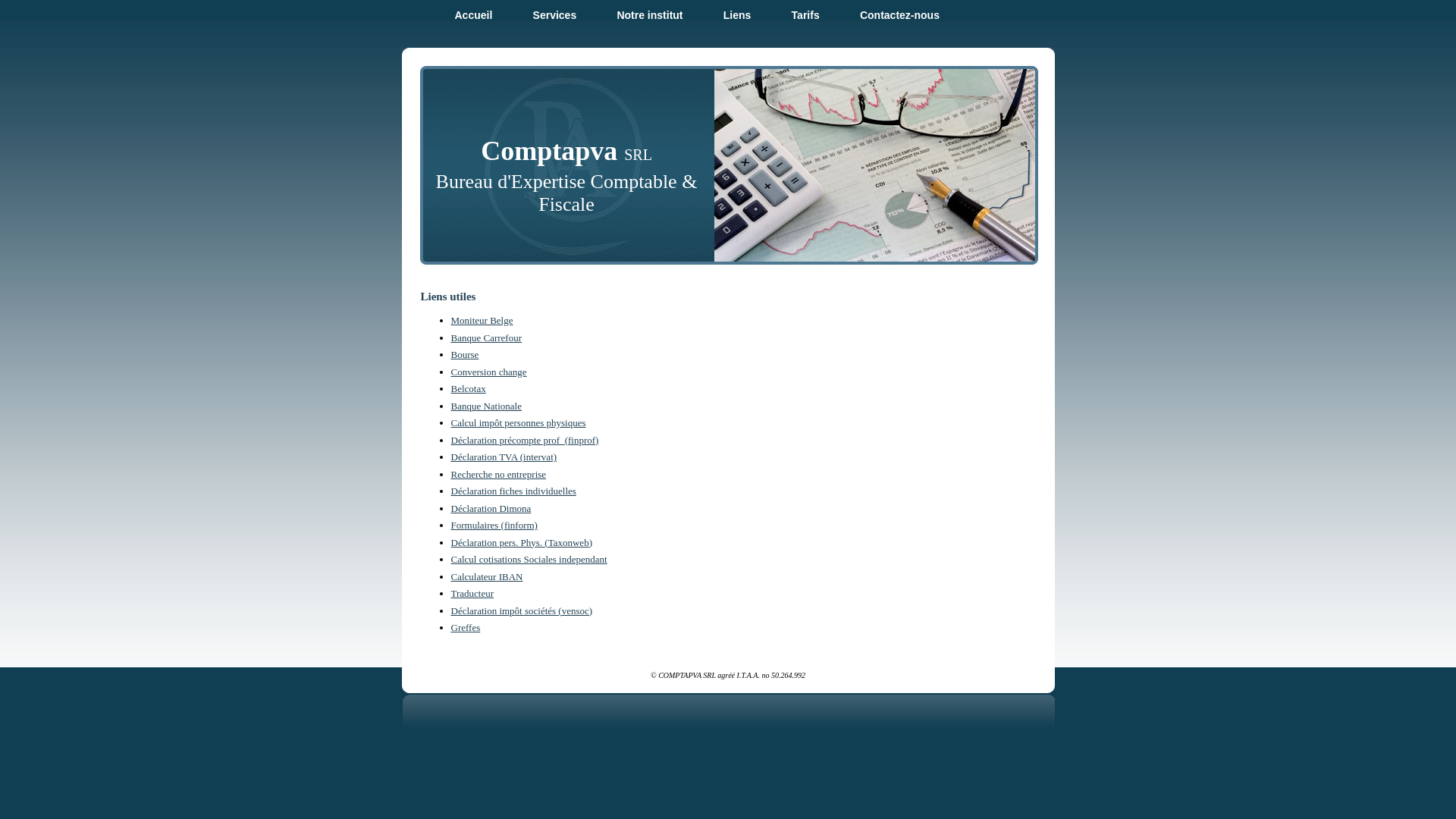 The width and height of the screenshot is (1456, 819). Describe the element at coordinates (464, 627) in the screenshot. I see `'Greffes'` at that location.